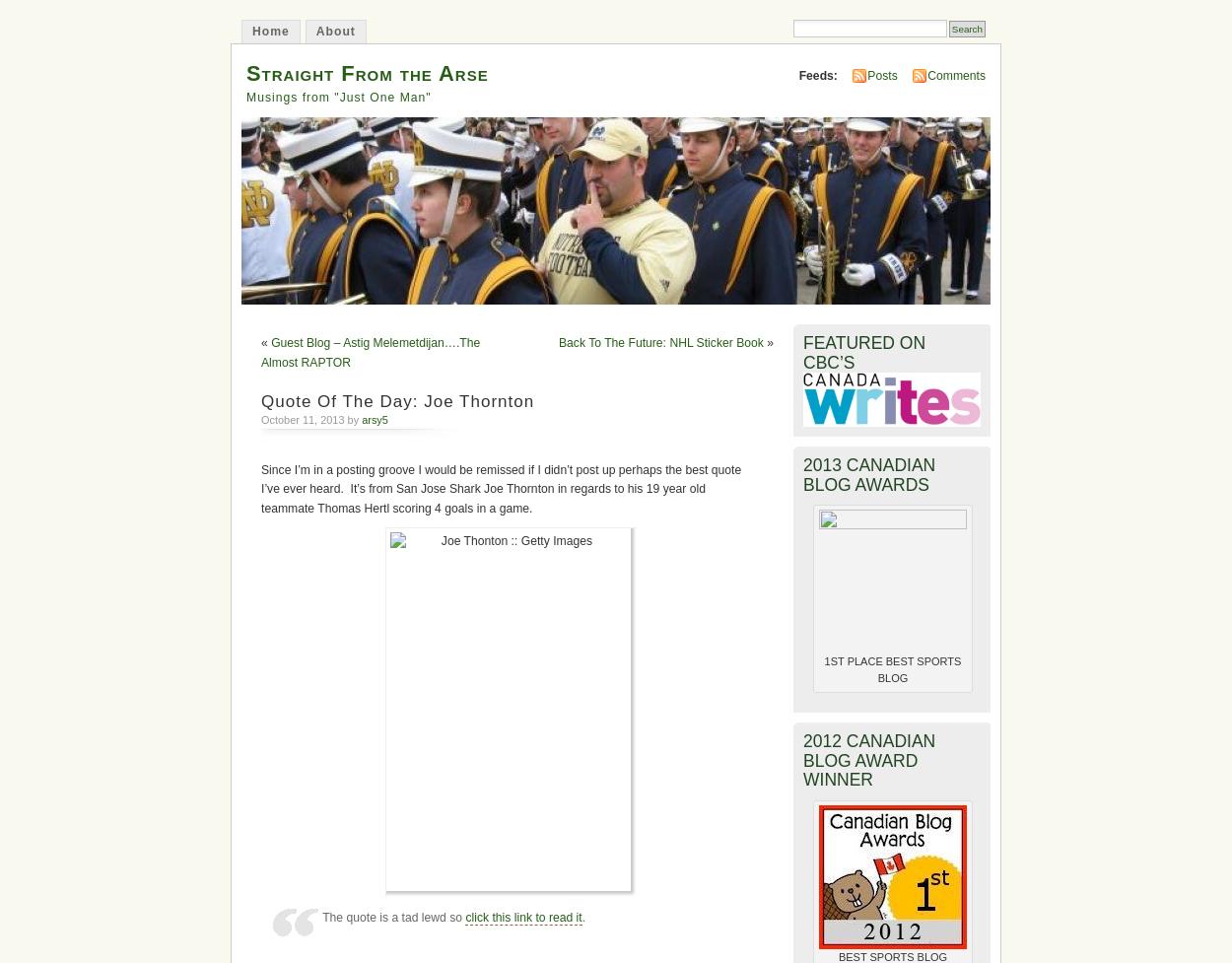  What do you see at coordinates (397, 401) in the screenshot?
I see `'Quote Of The Day: Joe Thornton'` at bounding box center [397, 401].